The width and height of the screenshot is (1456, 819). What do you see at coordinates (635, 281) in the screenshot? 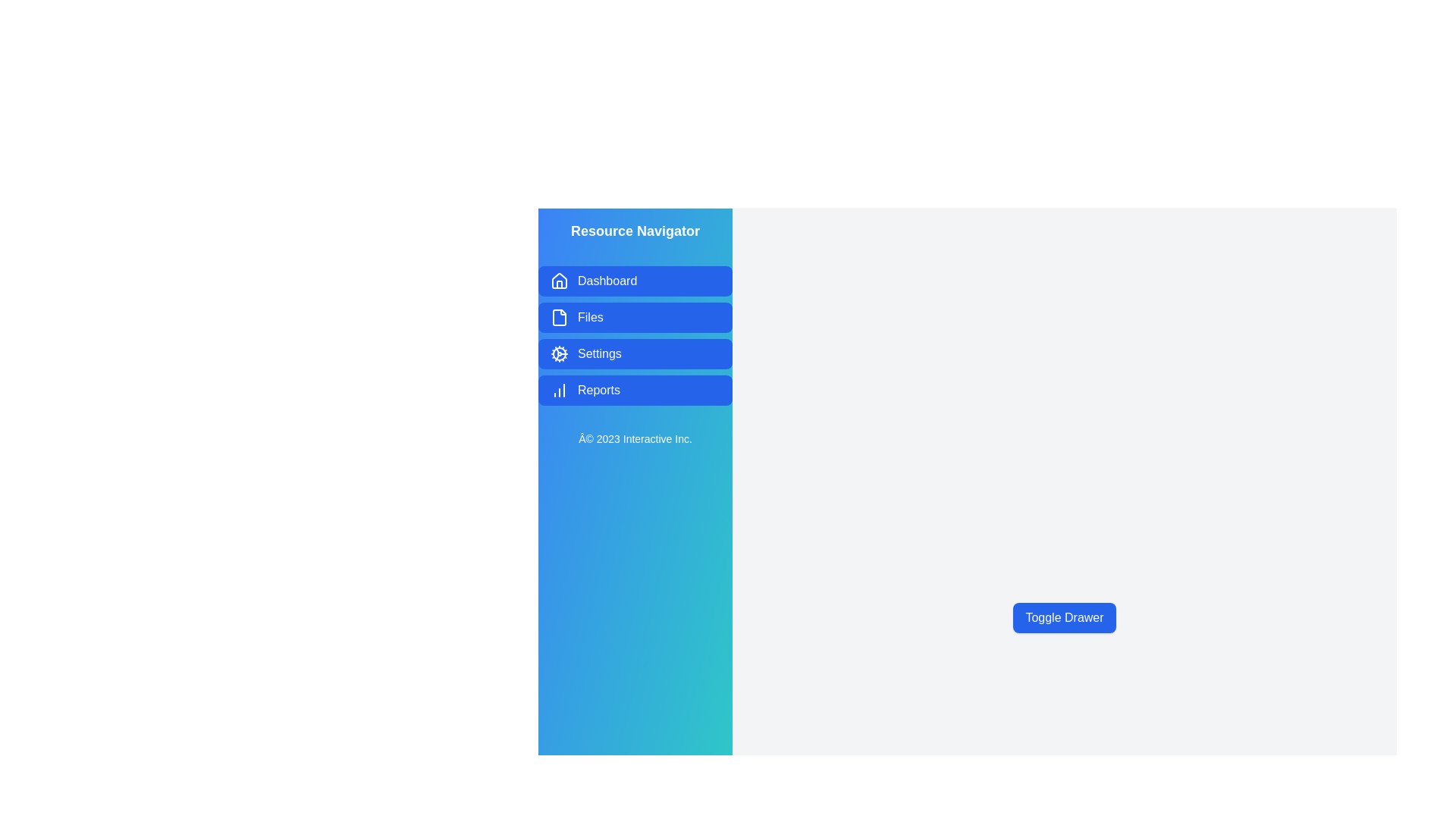
I see `the navigation item Dashboard from the Resource Navigator` at bounding box center [635, 281].